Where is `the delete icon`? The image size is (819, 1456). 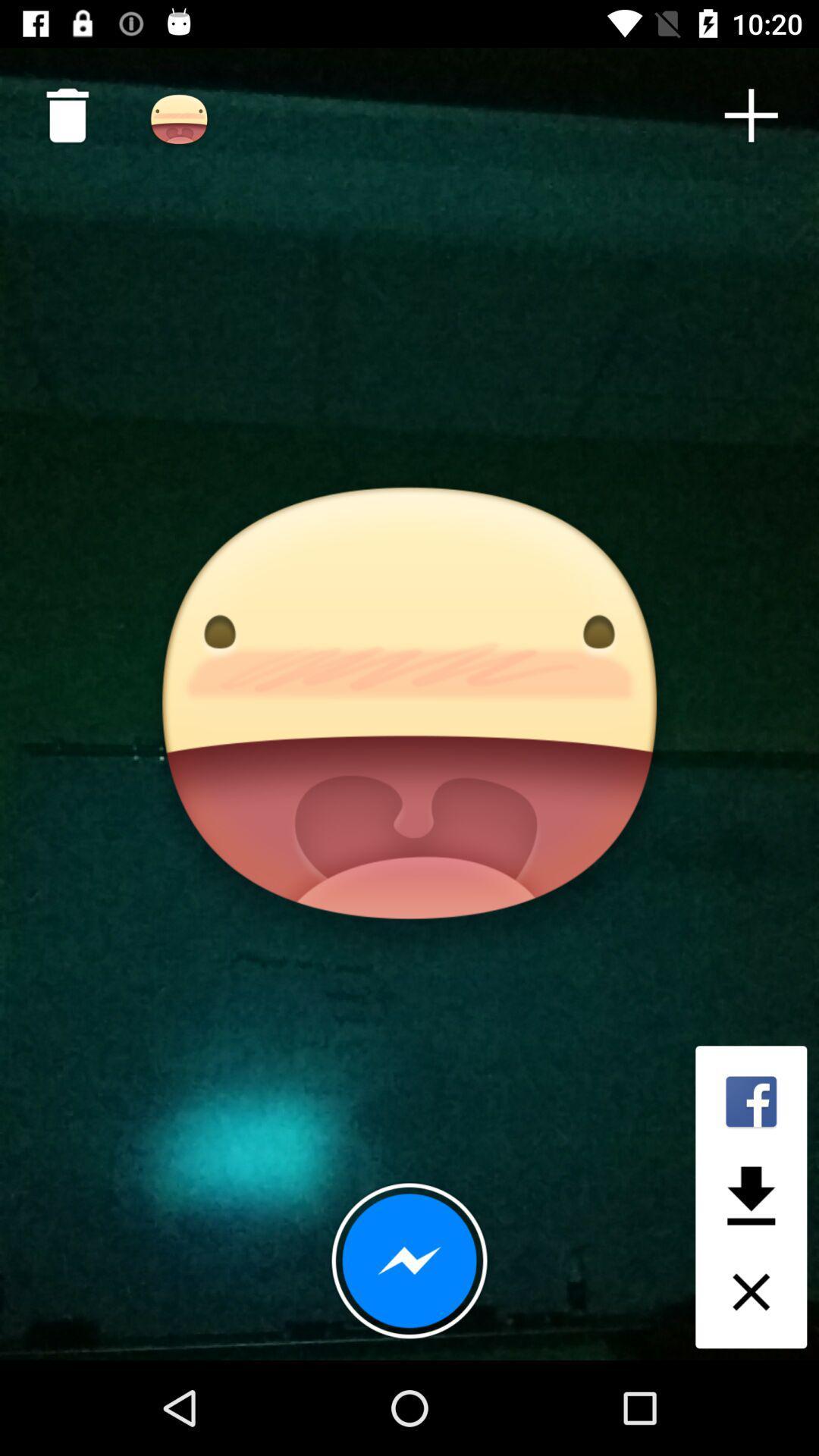 the delete icon is located at coordinates (61, 108).